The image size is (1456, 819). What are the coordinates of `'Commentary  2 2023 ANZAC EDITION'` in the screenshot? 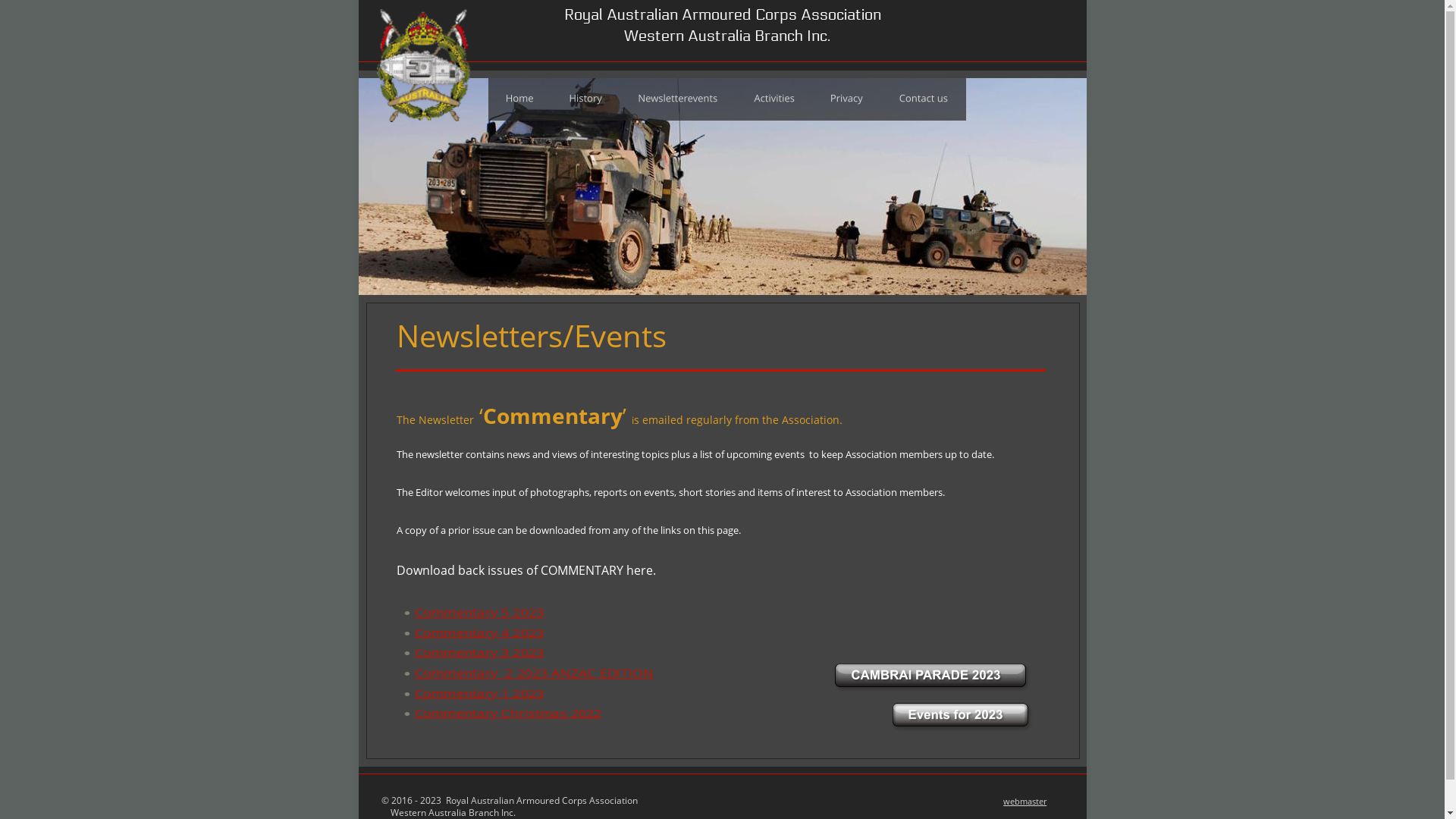 It's located at (509, 672).